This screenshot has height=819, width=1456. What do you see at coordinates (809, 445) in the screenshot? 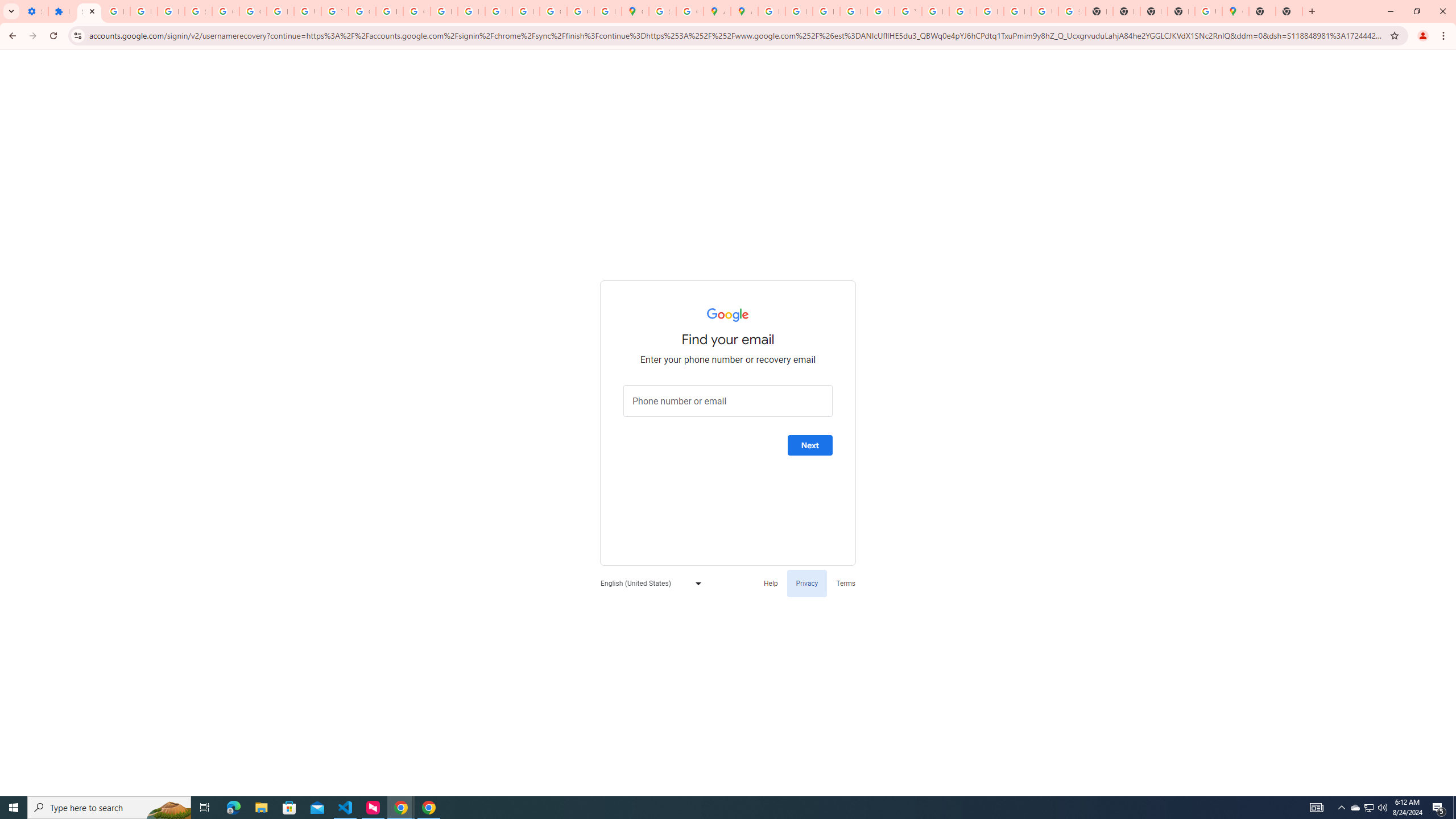
I see `'Next'` at bounding box center [809, 445].